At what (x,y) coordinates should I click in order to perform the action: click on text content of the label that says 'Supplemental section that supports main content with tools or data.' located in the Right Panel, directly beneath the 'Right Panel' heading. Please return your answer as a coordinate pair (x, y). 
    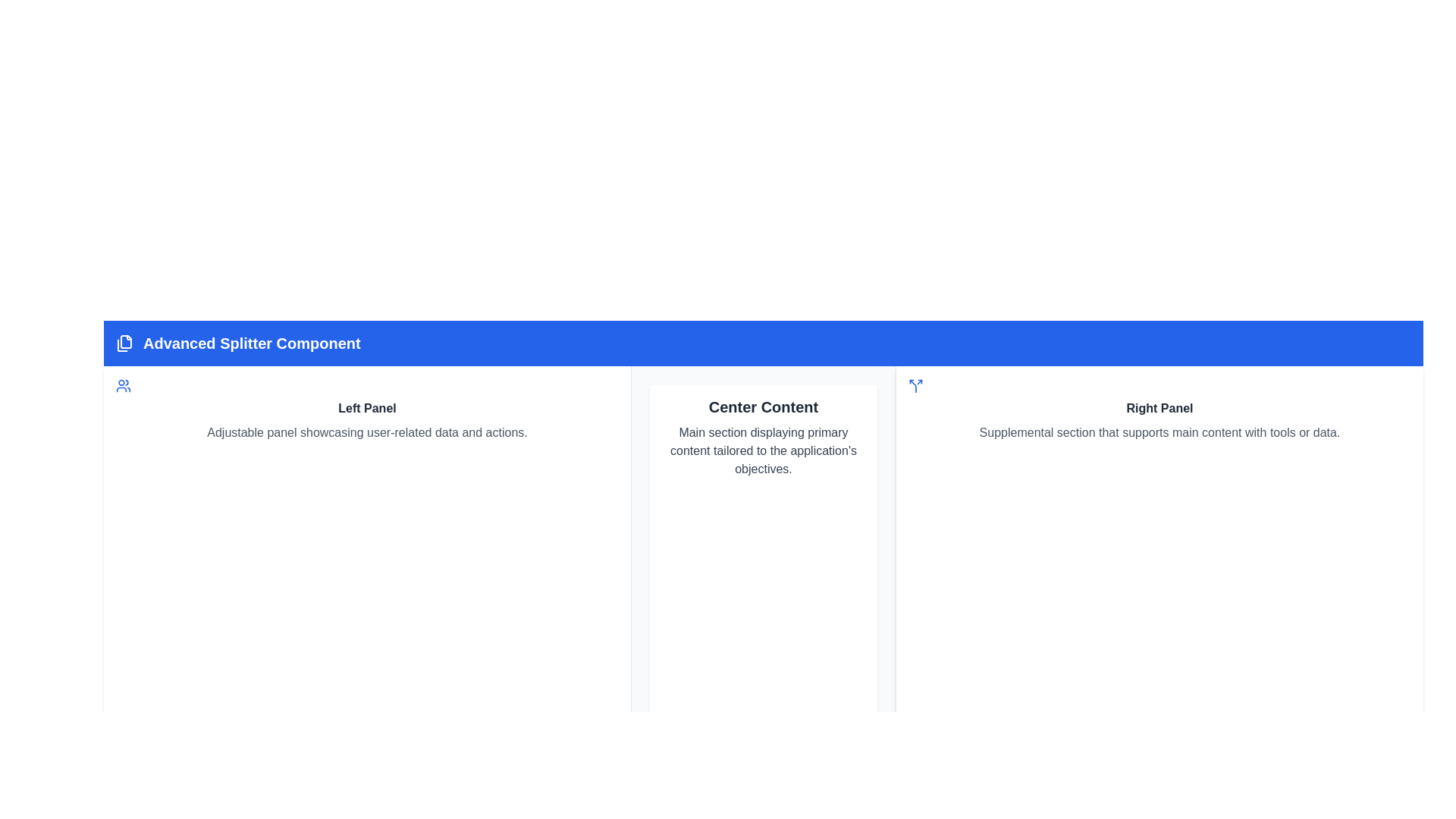
    Looking at the image, I should click on (1159, 432).